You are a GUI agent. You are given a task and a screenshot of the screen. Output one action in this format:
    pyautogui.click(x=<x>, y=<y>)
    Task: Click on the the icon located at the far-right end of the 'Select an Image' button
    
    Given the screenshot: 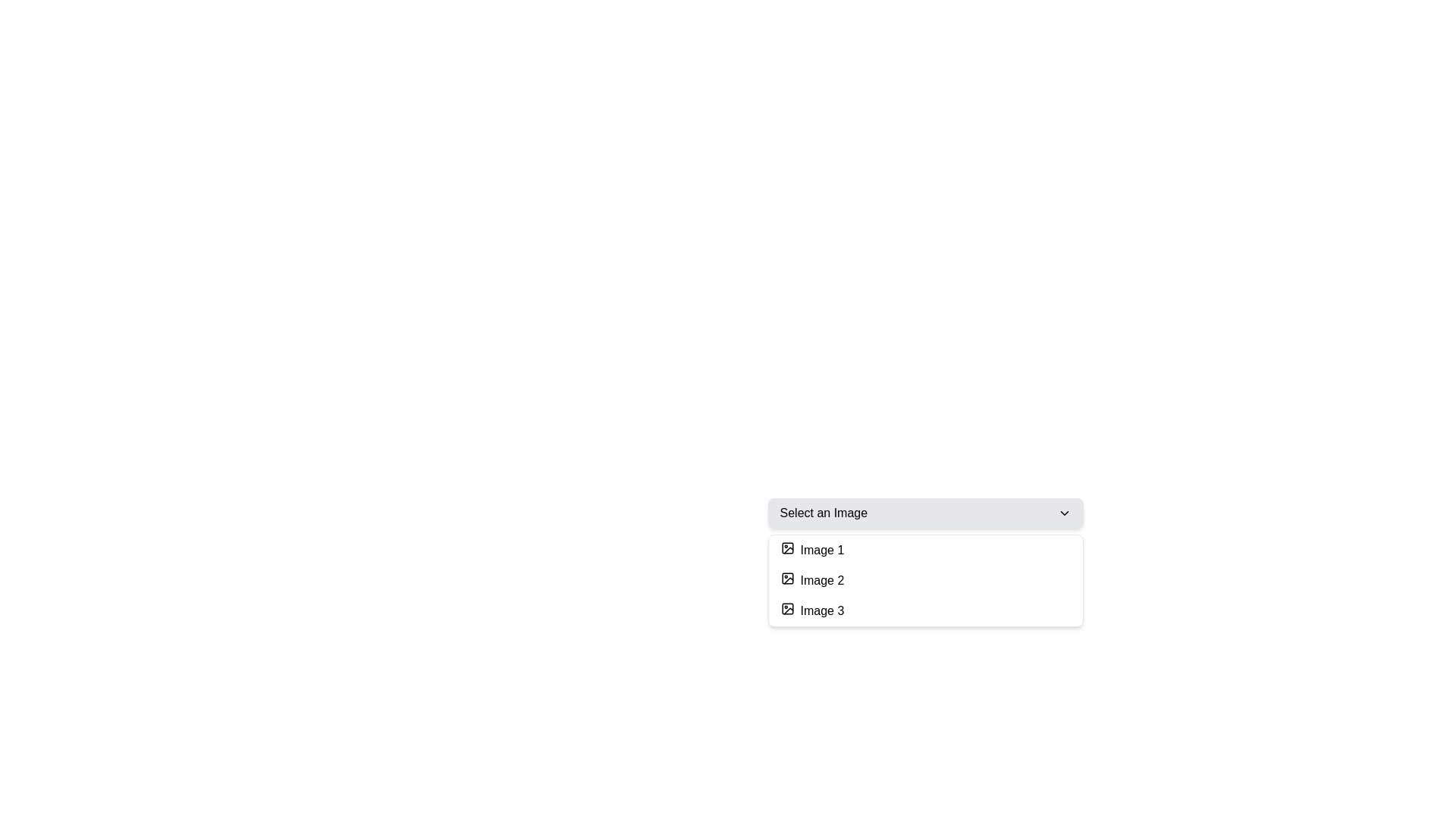 What is the action you would take?
    pyautogui.click(x=1063, y=513)
    